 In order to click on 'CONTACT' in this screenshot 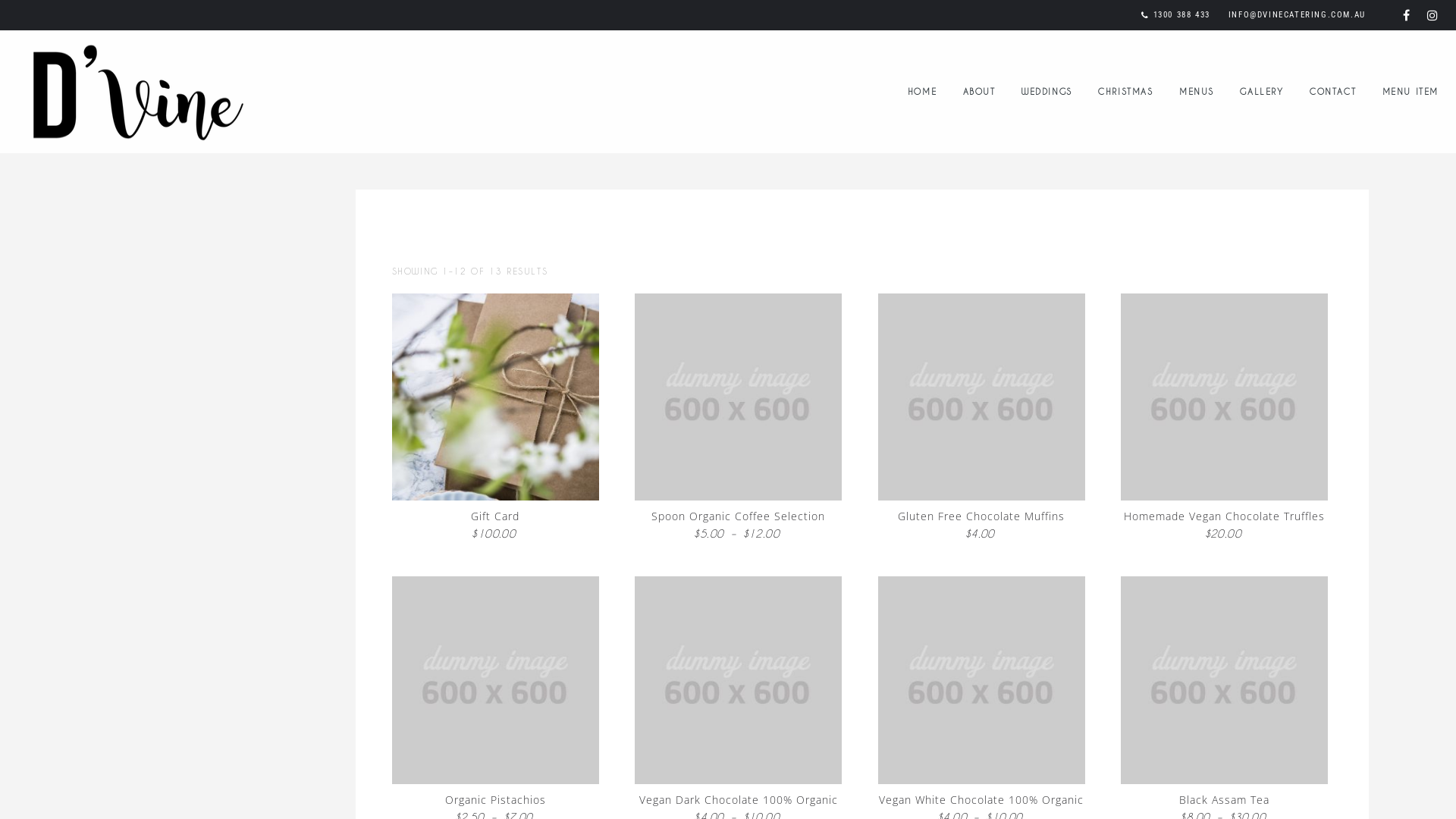, I will do `click(1332, 90)`.